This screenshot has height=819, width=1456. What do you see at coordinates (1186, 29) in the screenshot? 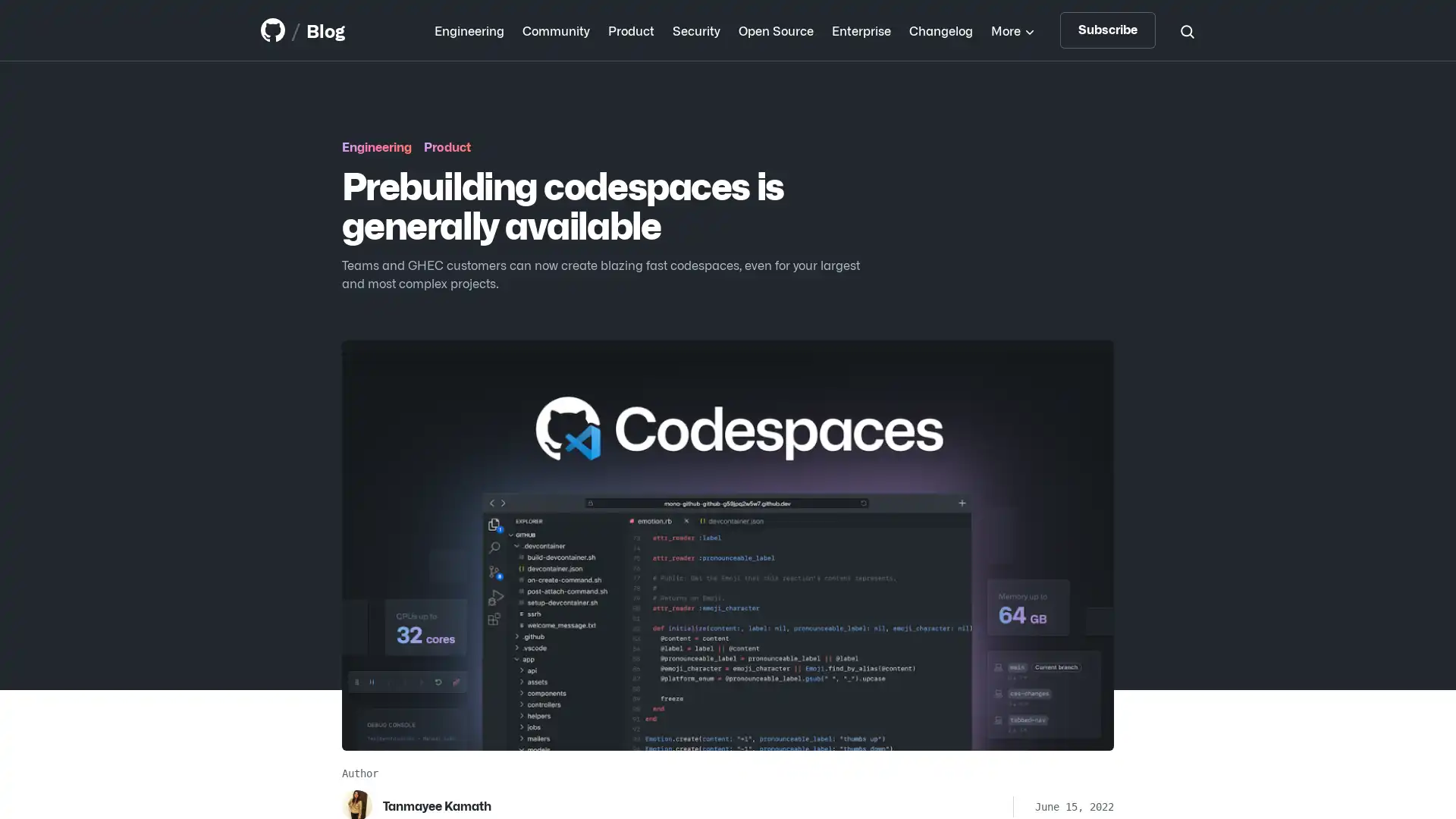
I see `Search toggle` at bounding box center [1186, 29].